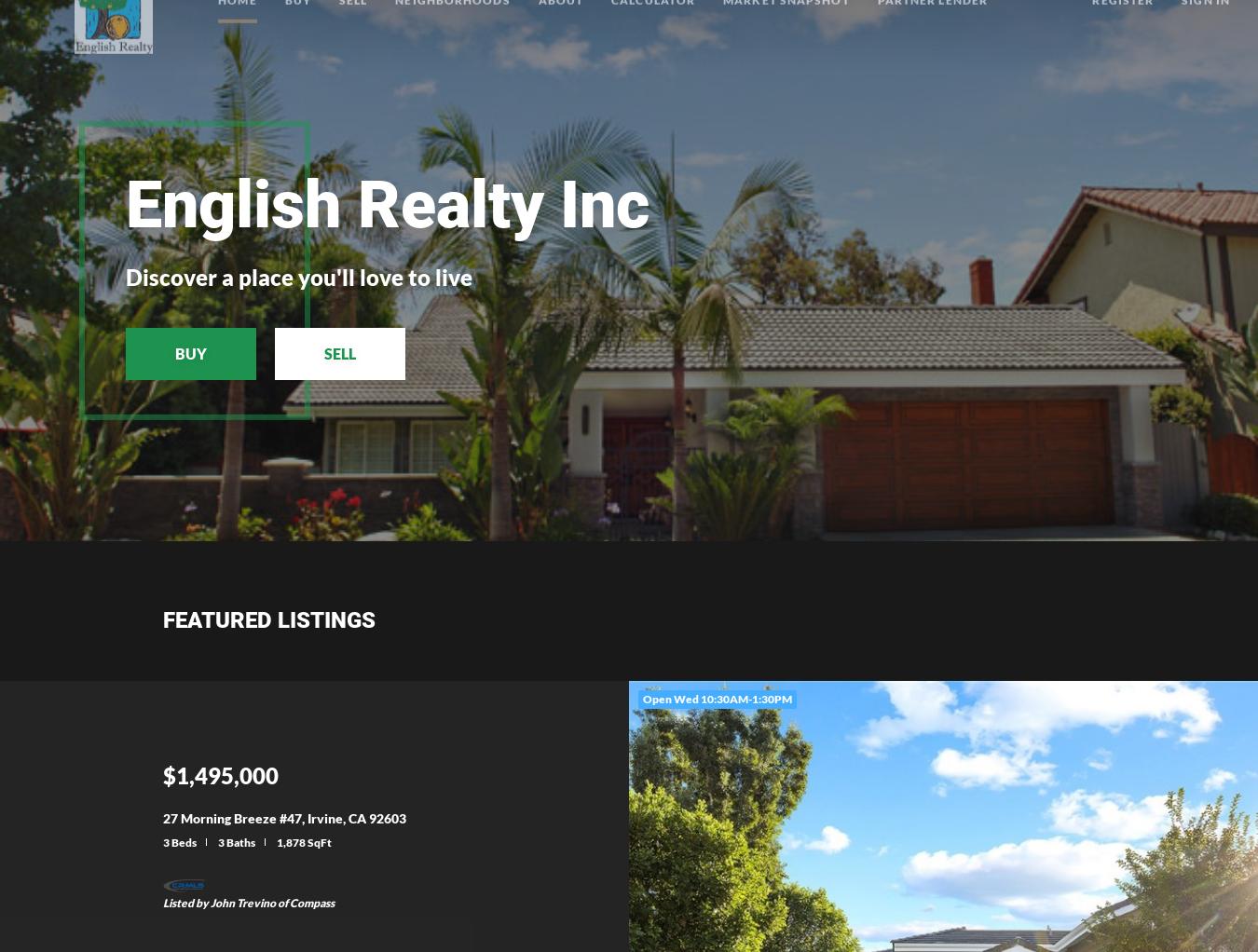 The image size is (1258, 952). I want to click on 'Listed by John Trevino of Compass', so click(248, 901).